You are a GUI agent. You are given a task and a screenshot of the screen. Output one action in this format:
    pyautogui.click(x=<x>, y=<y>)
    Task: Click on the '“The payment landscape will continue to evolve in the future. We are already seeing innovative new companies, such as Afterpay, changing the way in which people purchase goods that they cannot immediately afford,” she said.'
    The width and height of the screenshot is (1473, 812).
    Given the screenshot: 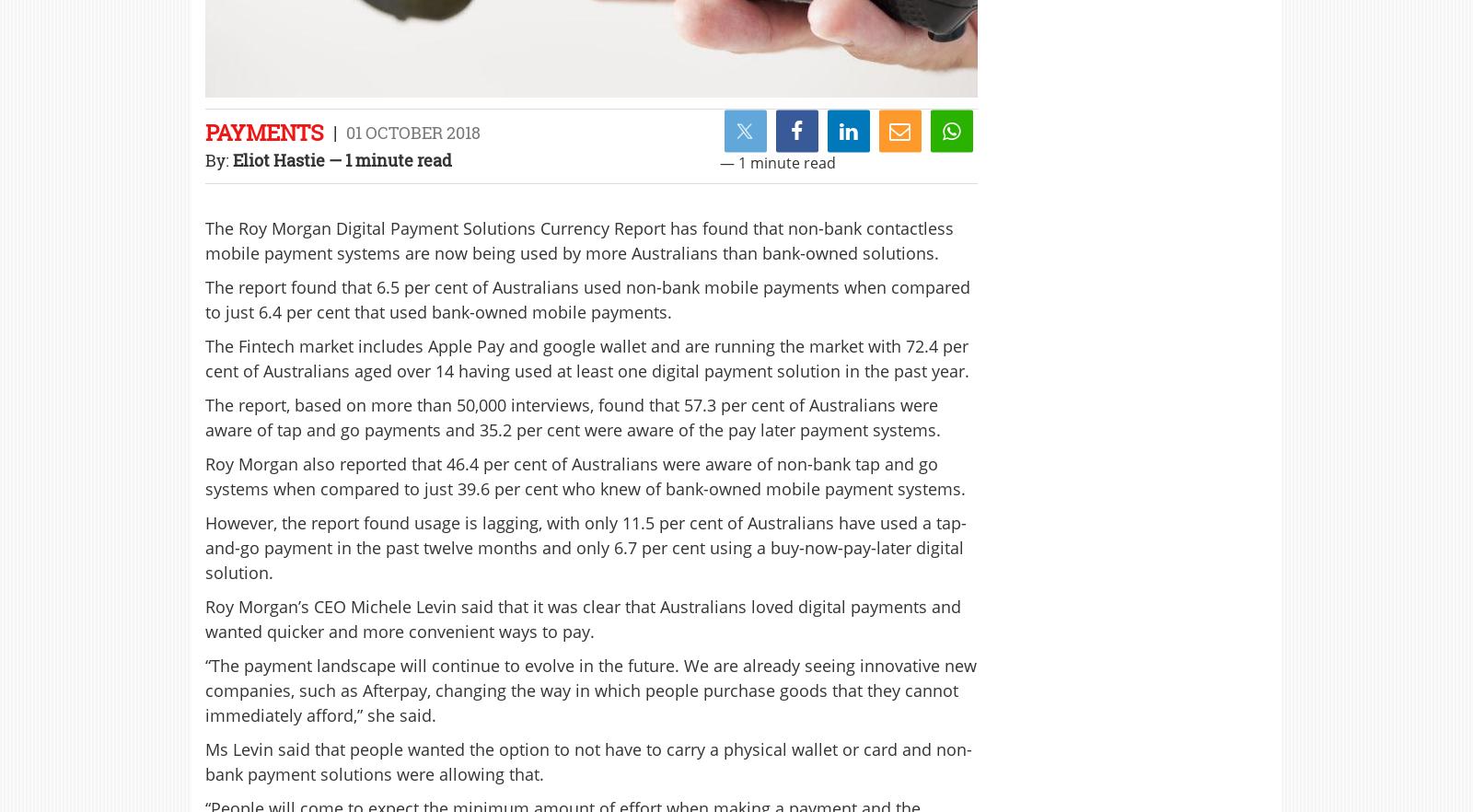 What is the action you would take?
    pyautogui.click(x=590, y=689)
    